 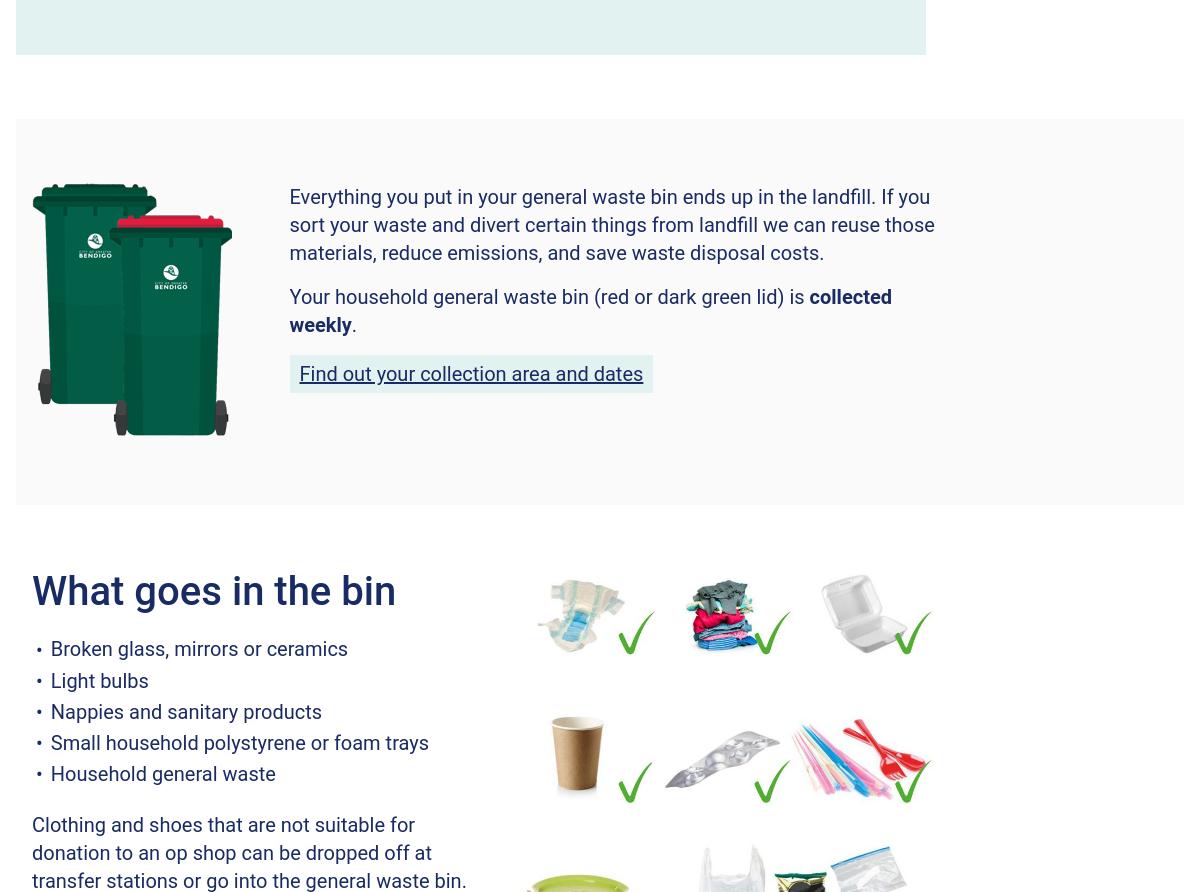 What do you see at coordinates (611, 224) in the screenshot?
I see `'Everything you put in your general waste bin ends up in the landfill. If you sort your waste and divert certain things from landfill we can reuse those materials, reduce emissions, and save waste disposal costs.'` at bounding box center [611, 224].